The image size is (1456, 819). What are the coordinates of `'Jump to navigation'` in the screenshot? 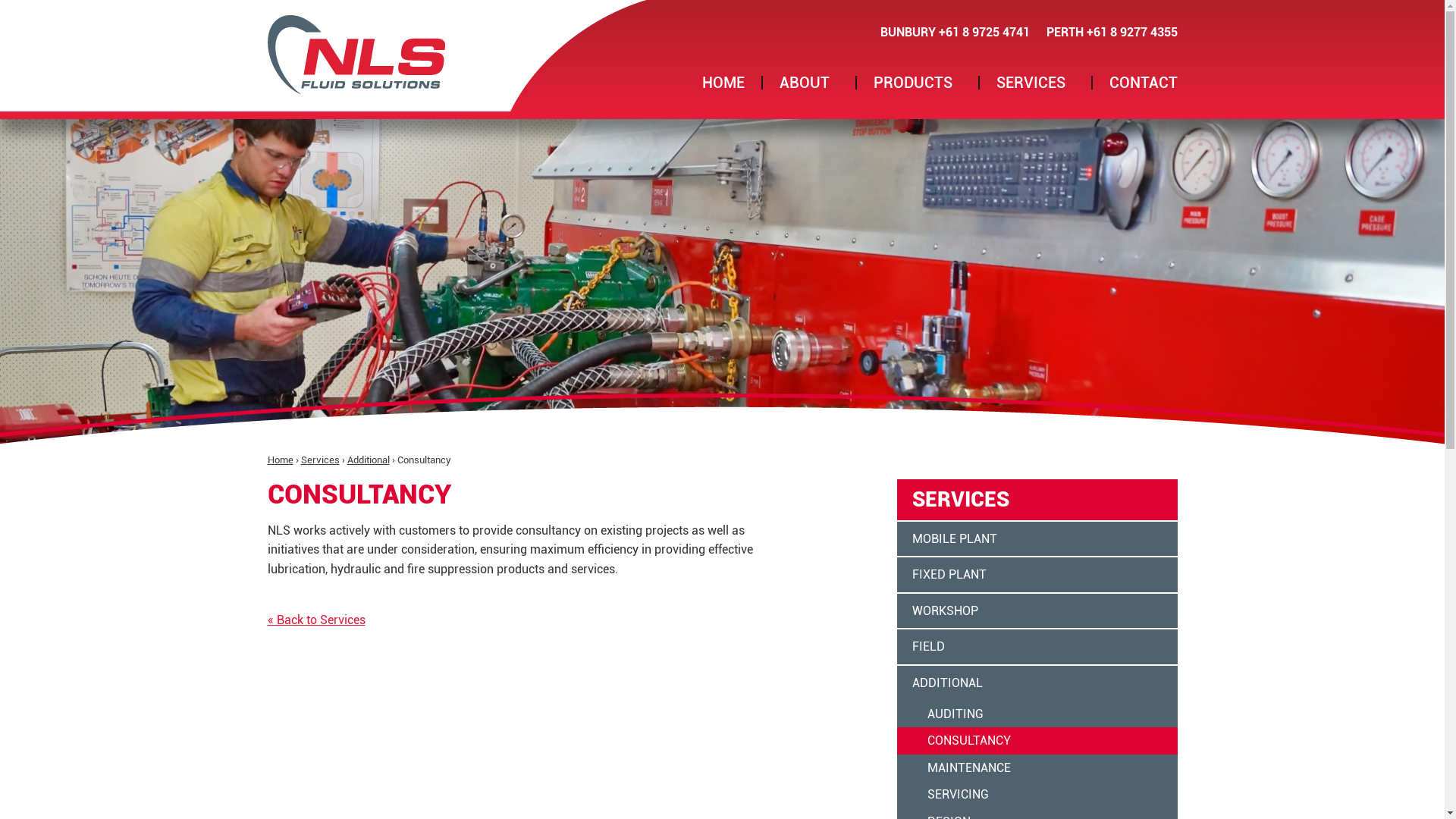 It's located at (721, 2).